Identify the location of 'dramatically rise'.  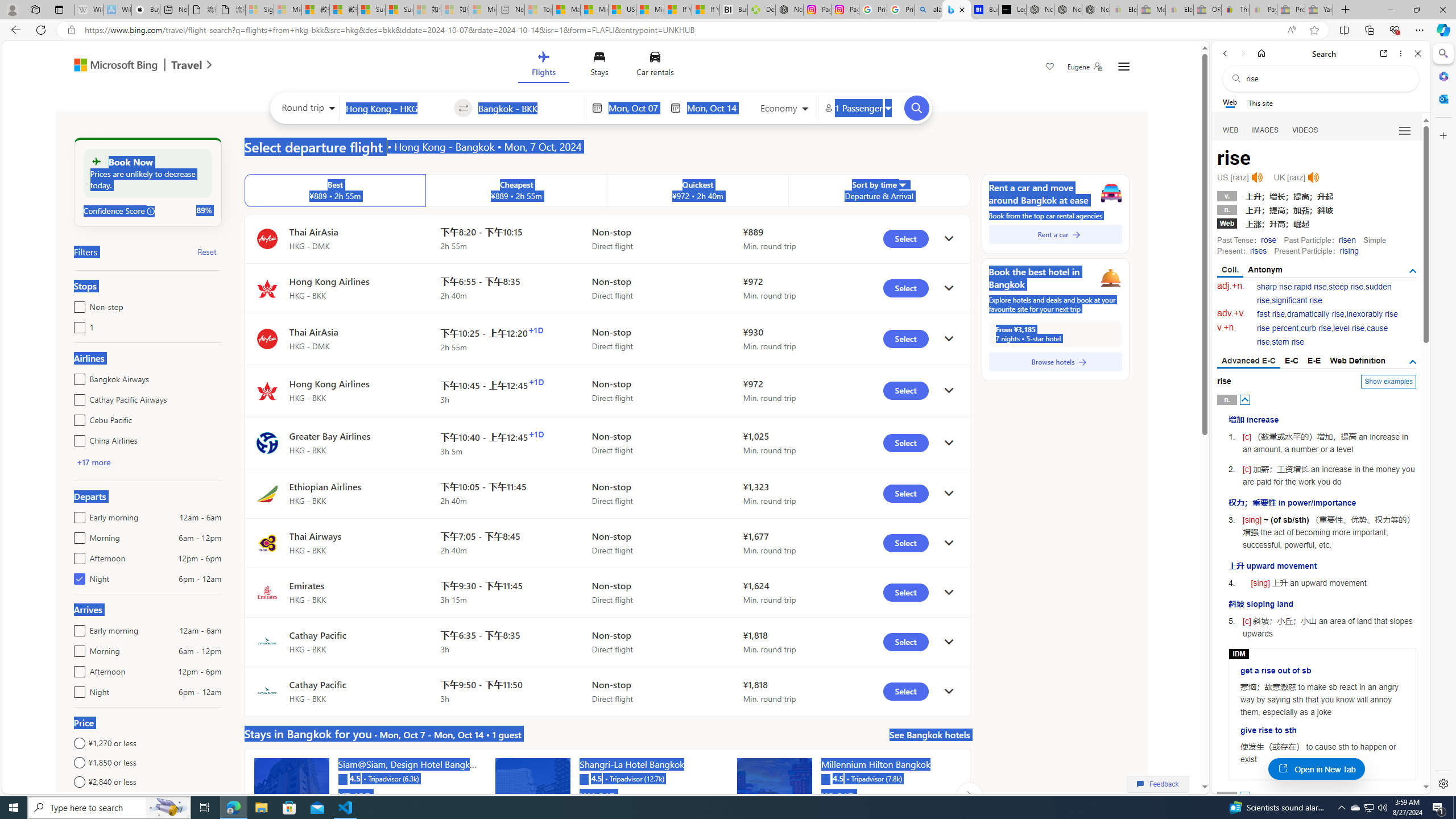
(1314, 313).